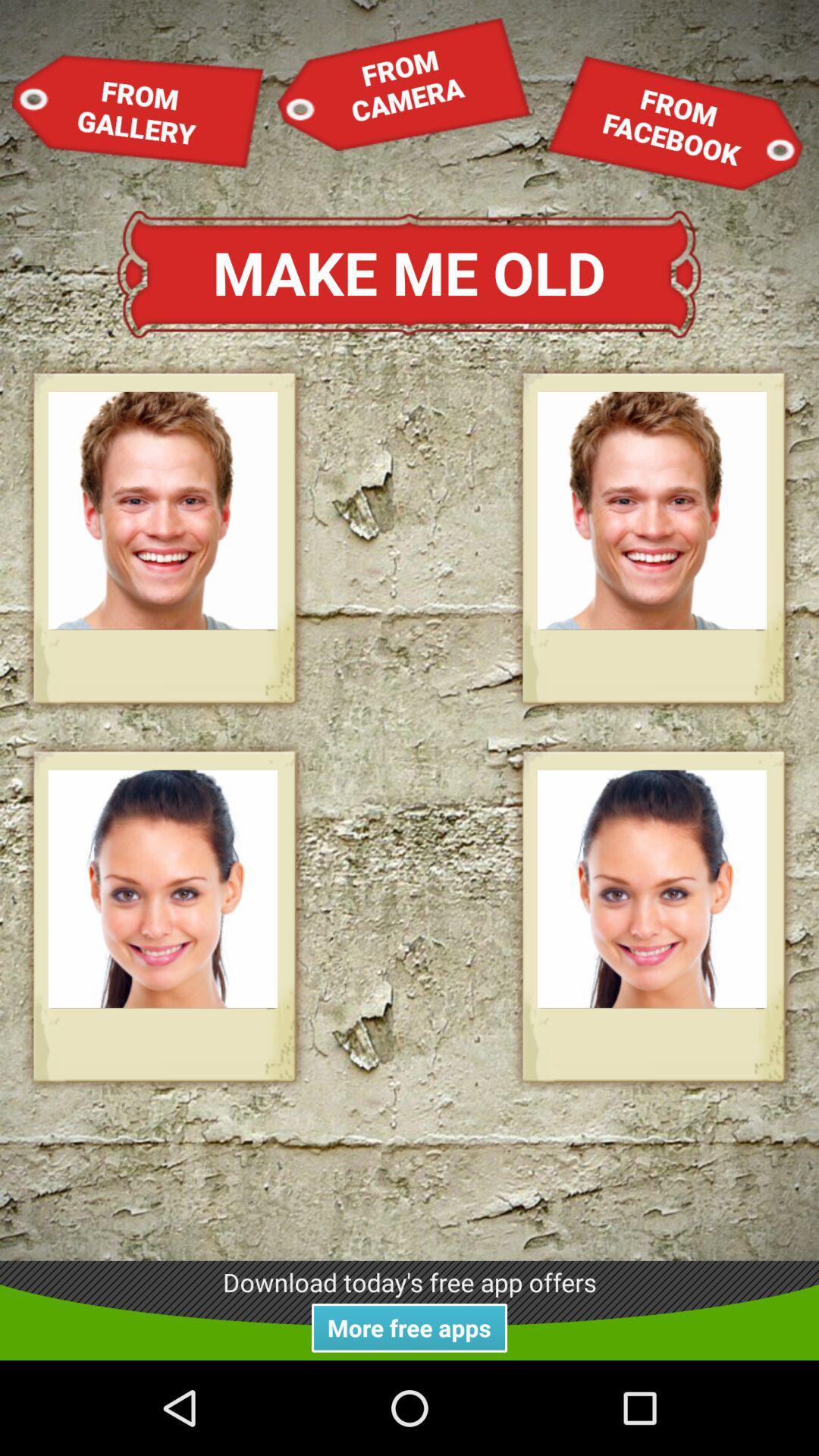  What do you see at coordinates (403, 83) in the screenshot?
I see `the item to the right of the from` at bounding box center [403, 83].